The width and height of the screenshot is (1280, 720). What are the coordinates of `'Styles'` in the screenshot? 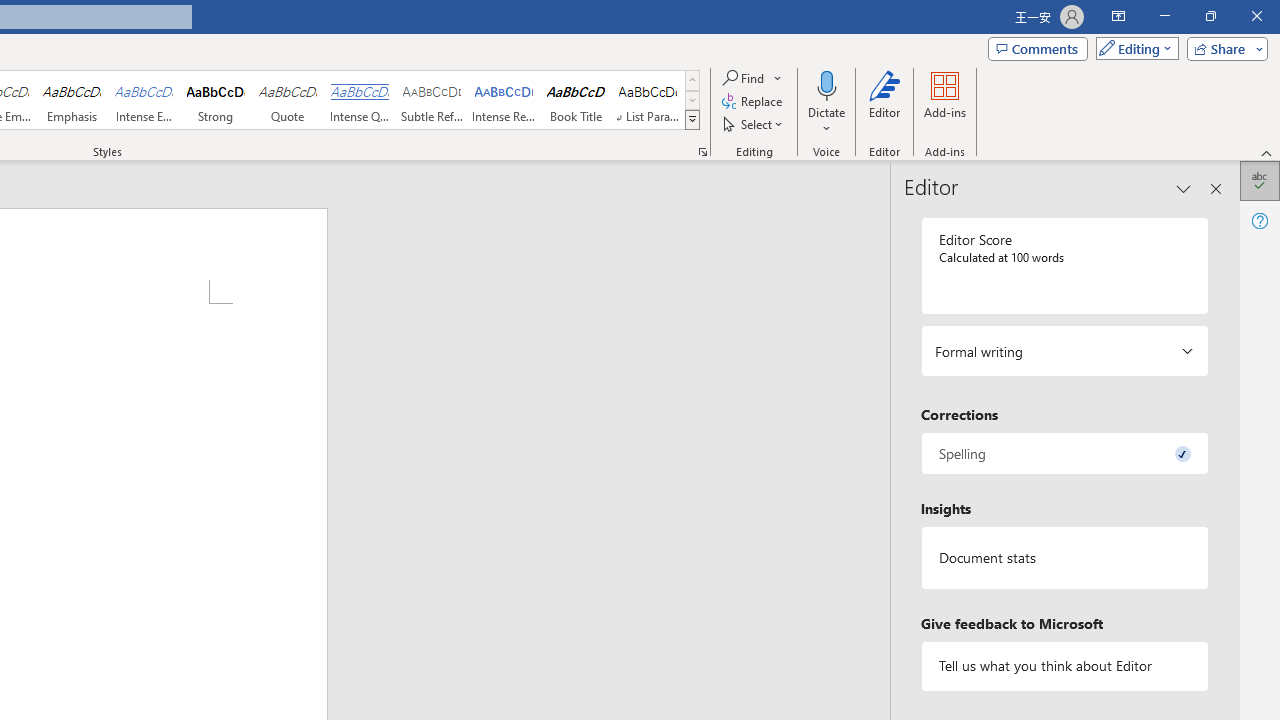 It's located at (692, 120).